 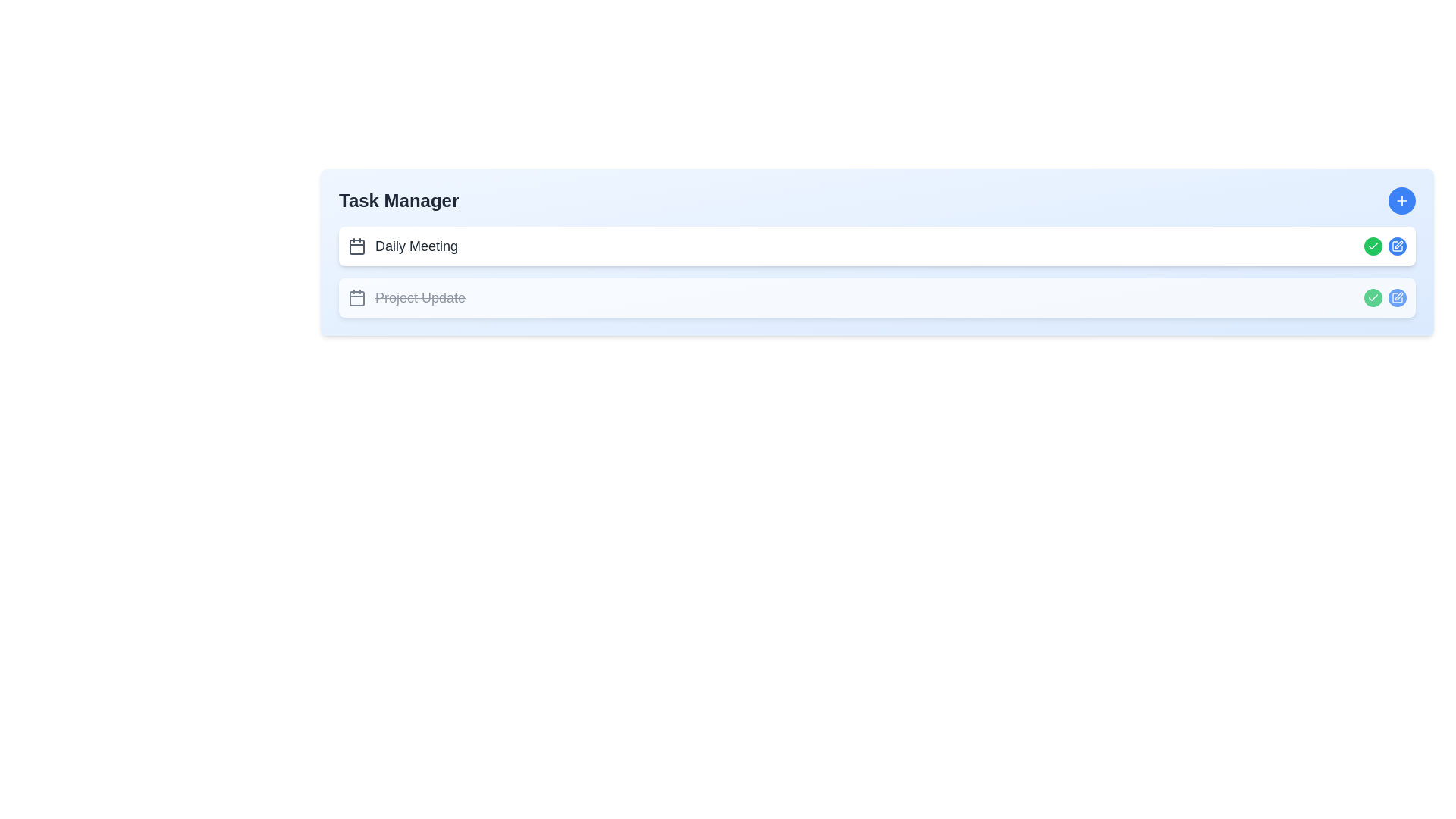 I want to click on the circular blue 'Add' icon located in the top-right corner of the task list interface, so click(x=1401, y=200).